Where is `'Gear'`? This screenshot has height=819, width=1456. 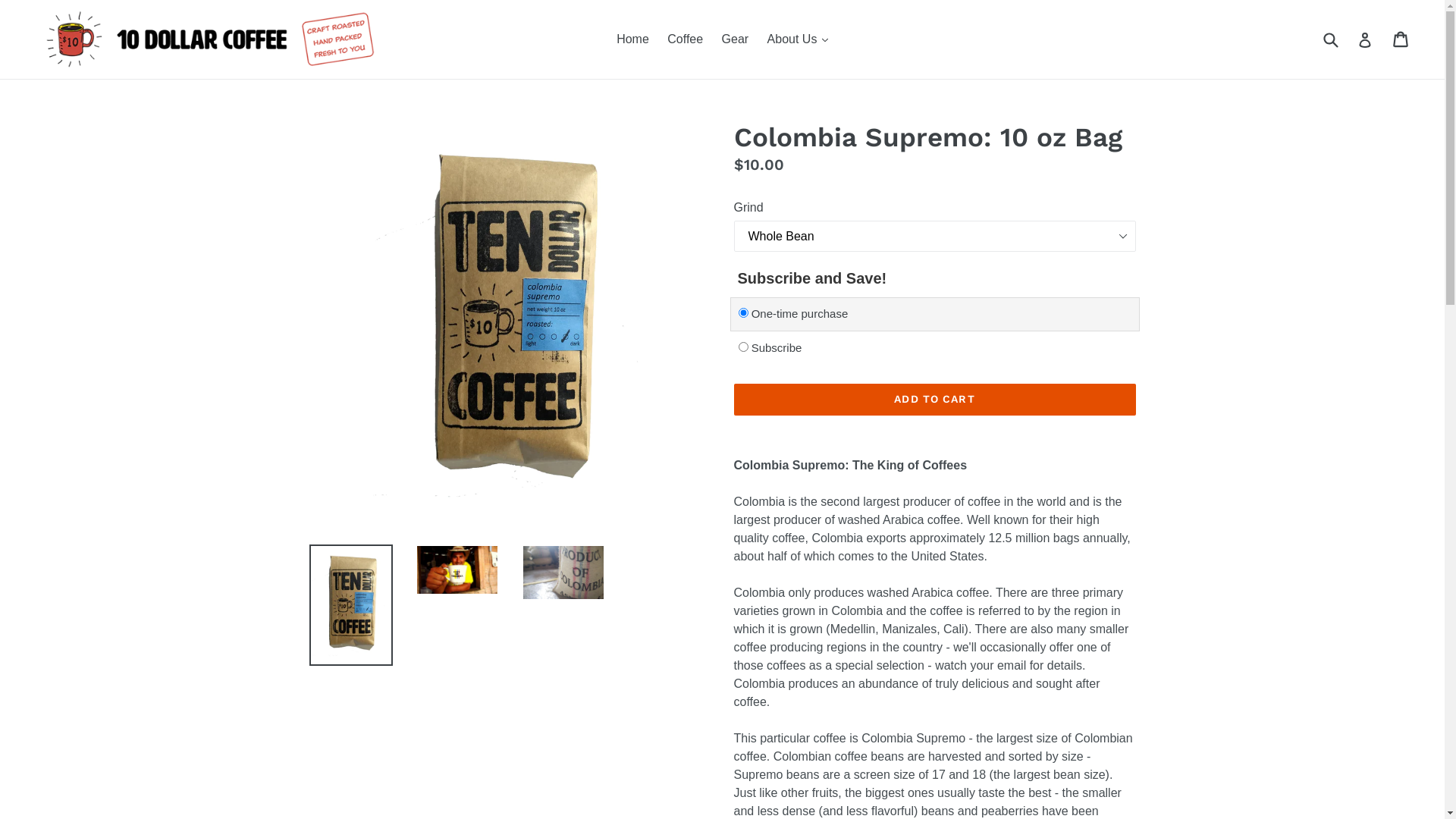 'Gear' is located at coordinates (735, 38).